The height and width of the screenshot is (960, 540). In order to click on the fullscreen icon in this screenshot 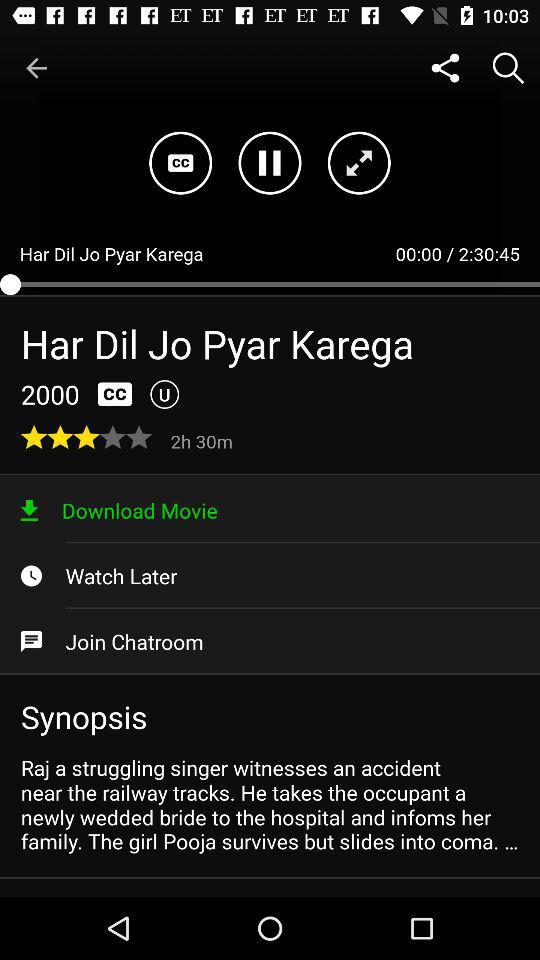, I will do `click(358, 162)`.